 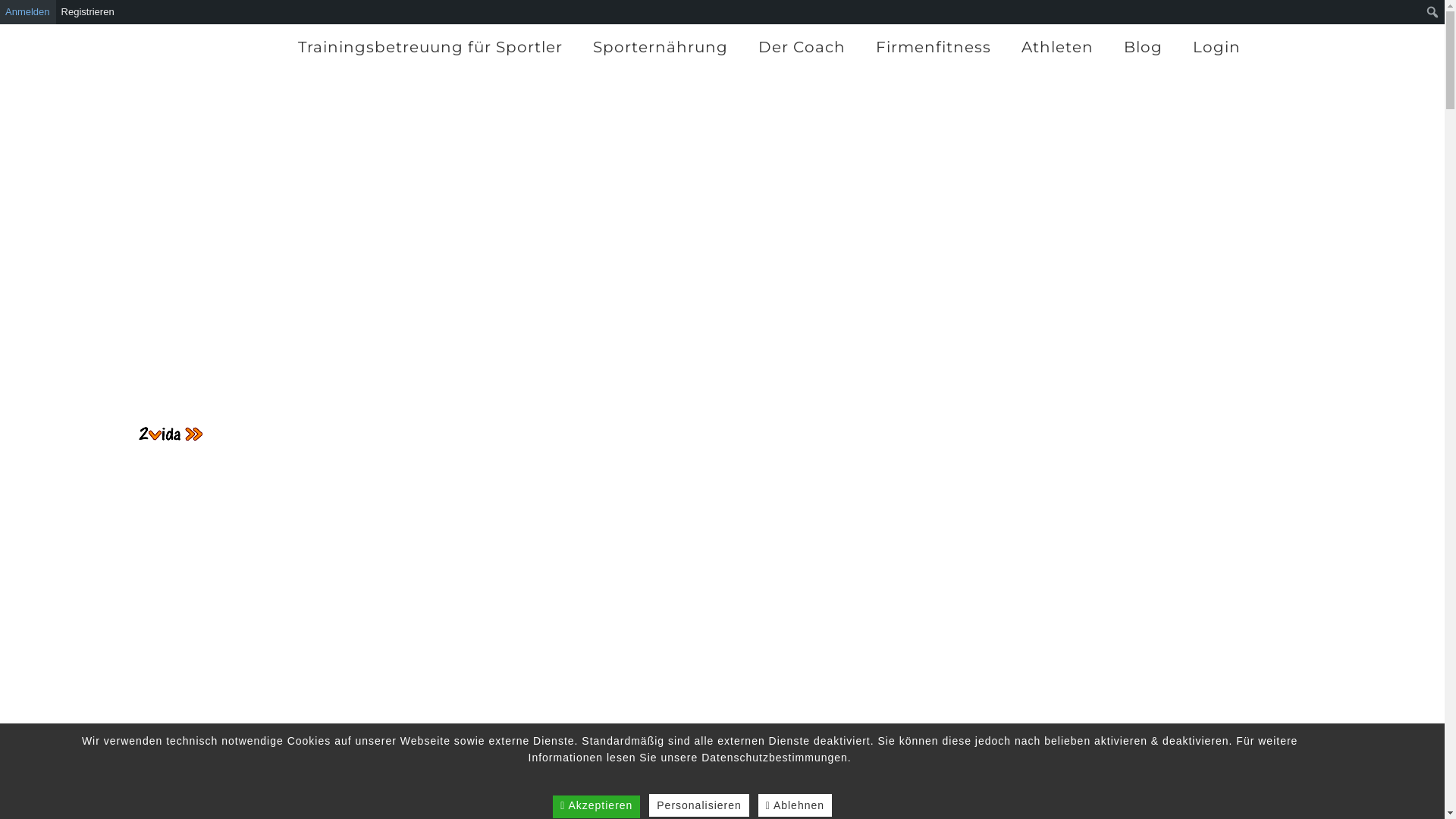 What do you see at coordinates (742, 45) in the screenshot?
I see `'Der Coach'` at bounding box center [742, 45].